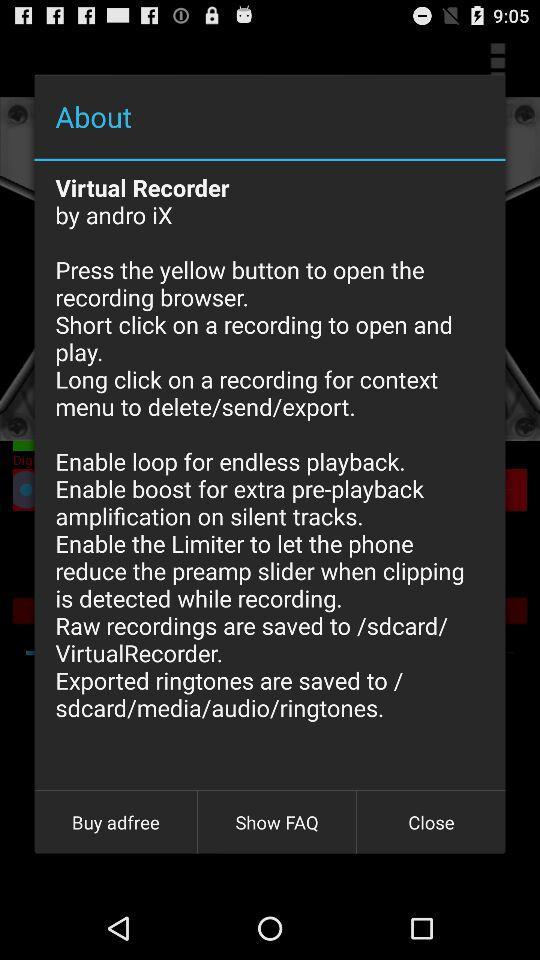 The image size is (540, 960). Describe the element at coordinates (115, 822) in the screenshot. I see `the buy adfree` at that location.